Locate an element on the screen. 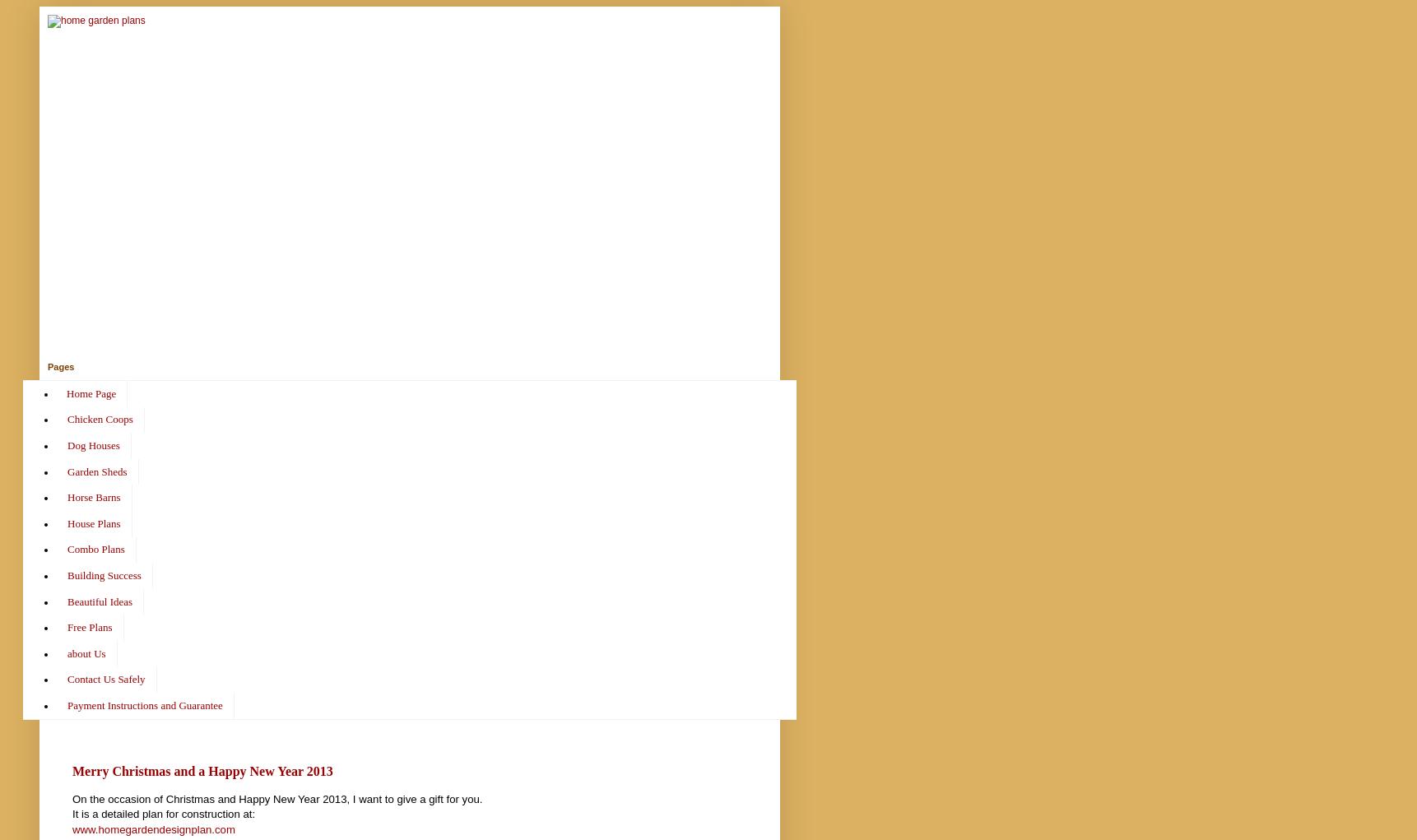 This screenshot has height=840, width=1417. 'Merry Christmas and a Happy New Year 2013' is located at coordinates (71, 770).